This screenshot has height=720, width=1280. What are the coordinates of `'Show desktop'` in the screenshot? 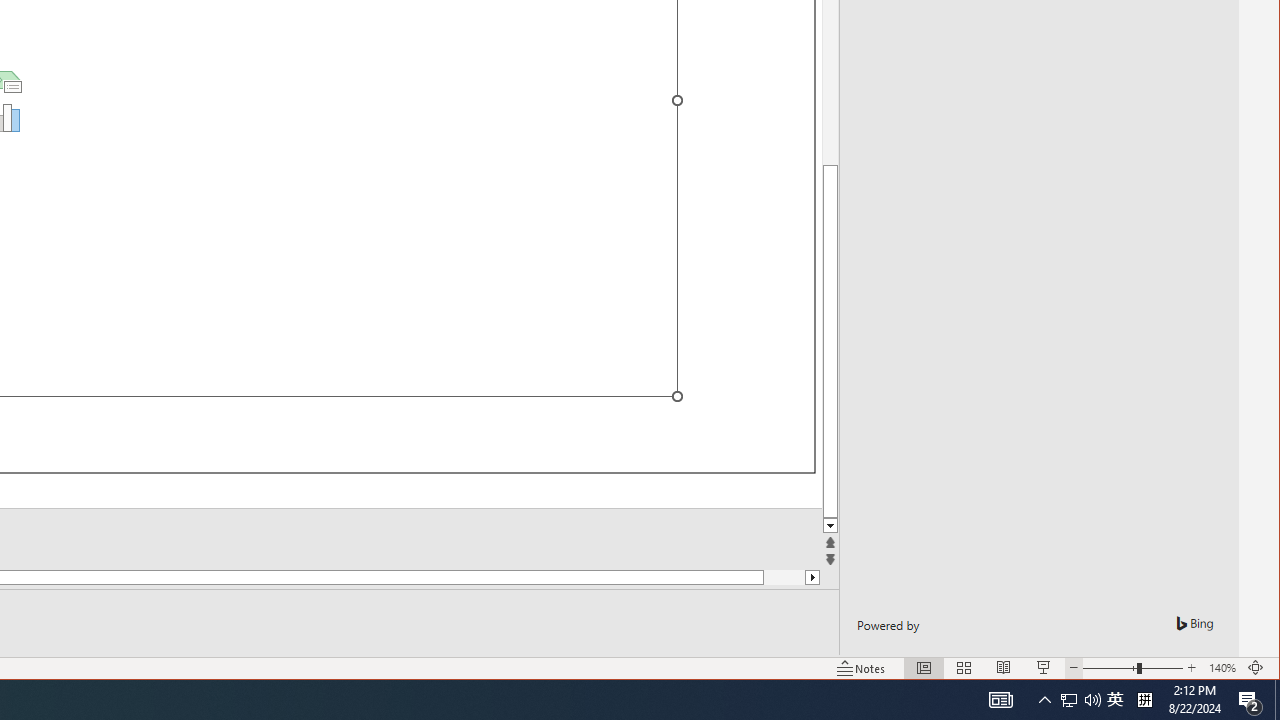 It's located at (1276, 698).